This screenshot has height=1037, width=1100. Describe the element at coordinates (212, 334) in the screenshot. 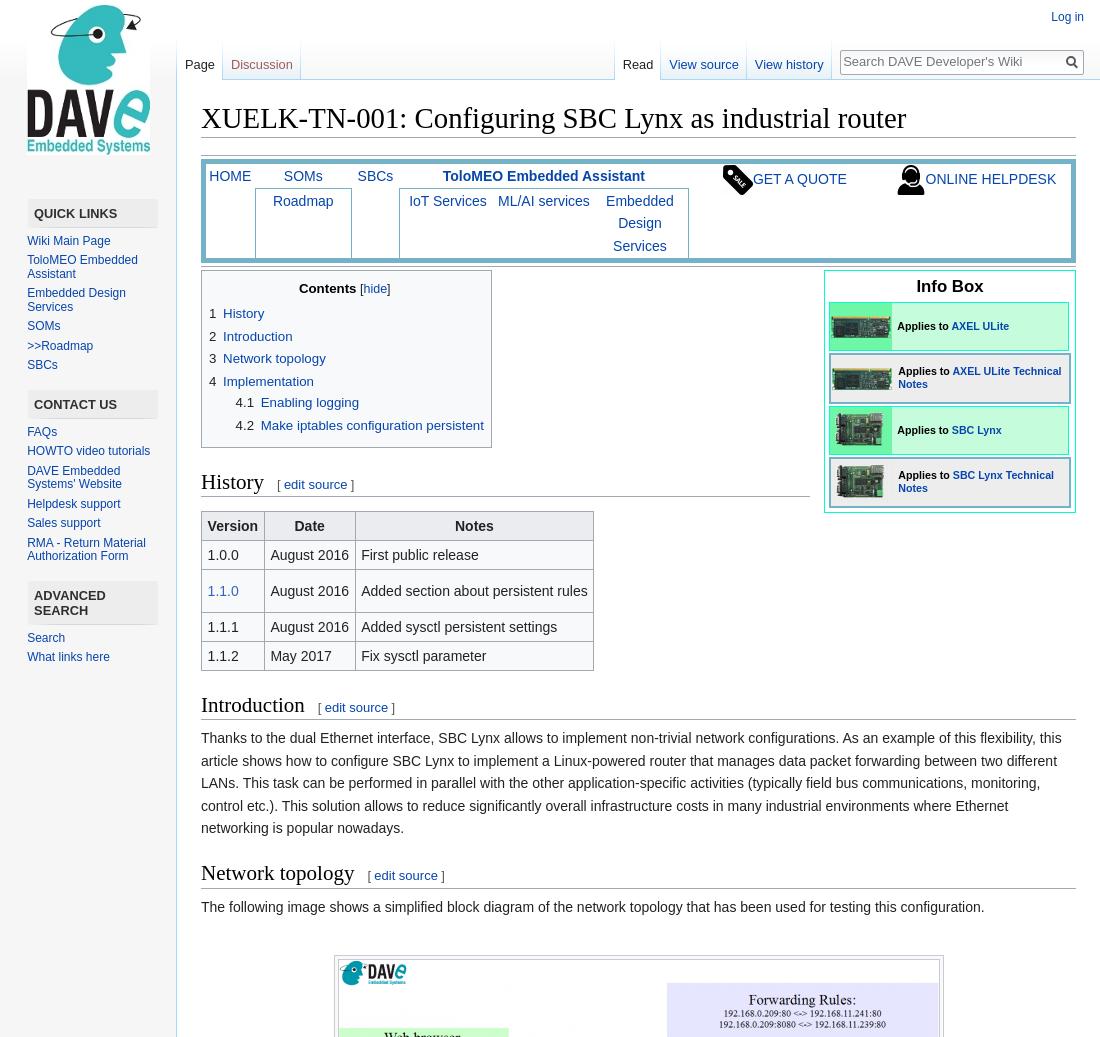

I see `'2'` at that location.